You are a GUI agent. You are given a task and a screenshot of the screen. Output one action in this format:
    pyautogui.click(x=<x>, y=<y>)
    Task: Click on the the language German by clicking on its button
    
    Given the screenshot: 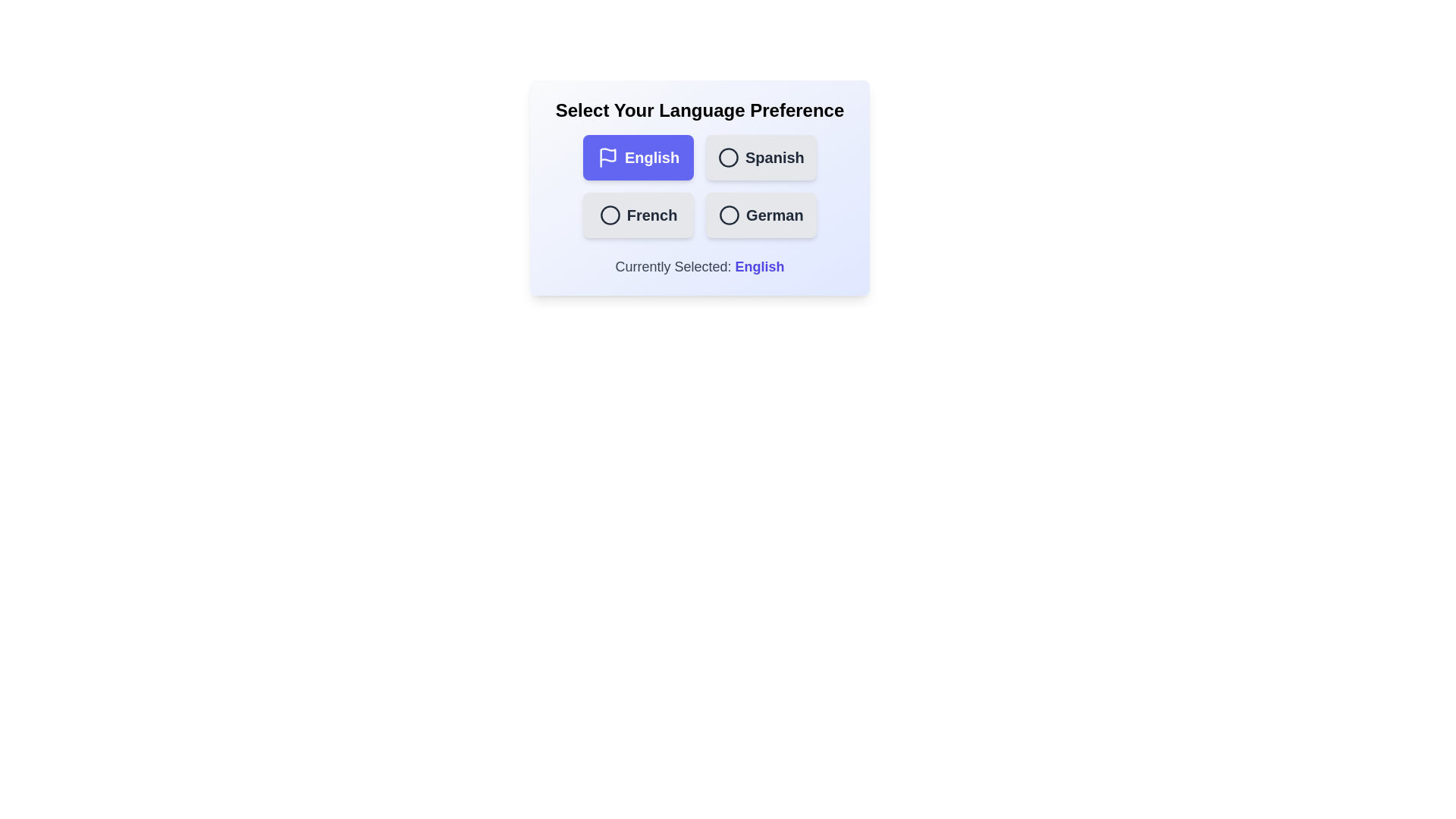 What is the action you would take?
    pyautogui.click(x=761, y=215)
    